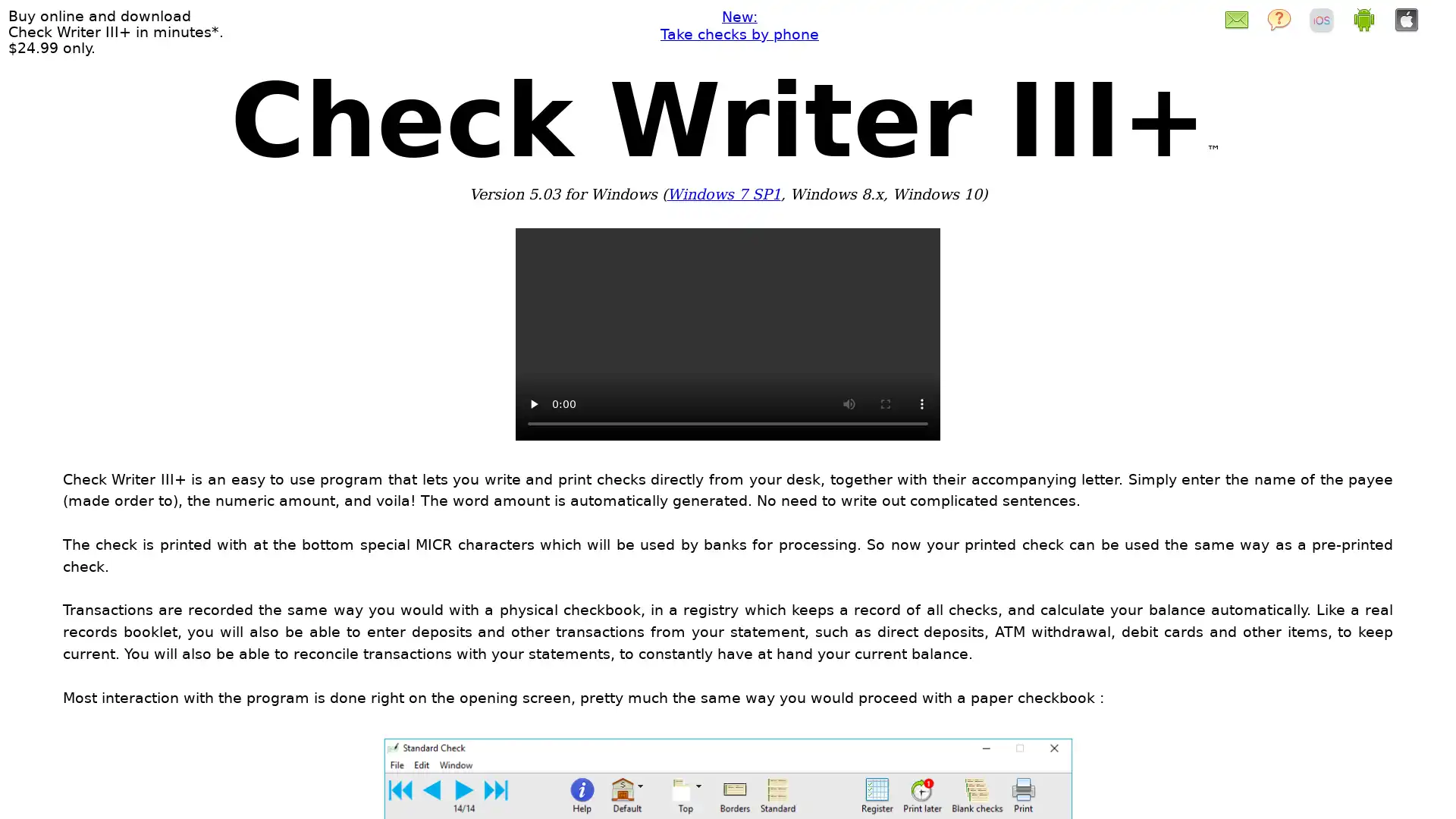 Image resolution: width=1456 pixels, height=819 pixels. I want to click on mute, so click(848, 403).